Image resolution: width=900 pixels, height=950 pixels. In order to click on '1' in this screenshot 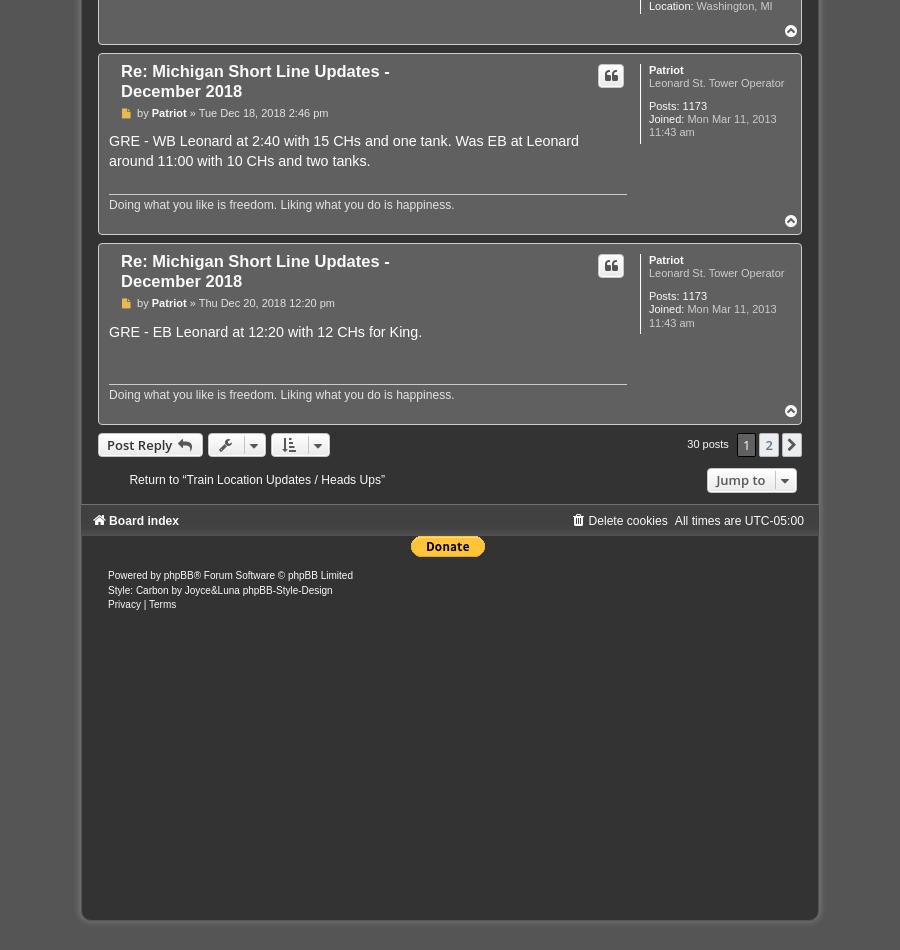, I will do `click(745, 443)`.